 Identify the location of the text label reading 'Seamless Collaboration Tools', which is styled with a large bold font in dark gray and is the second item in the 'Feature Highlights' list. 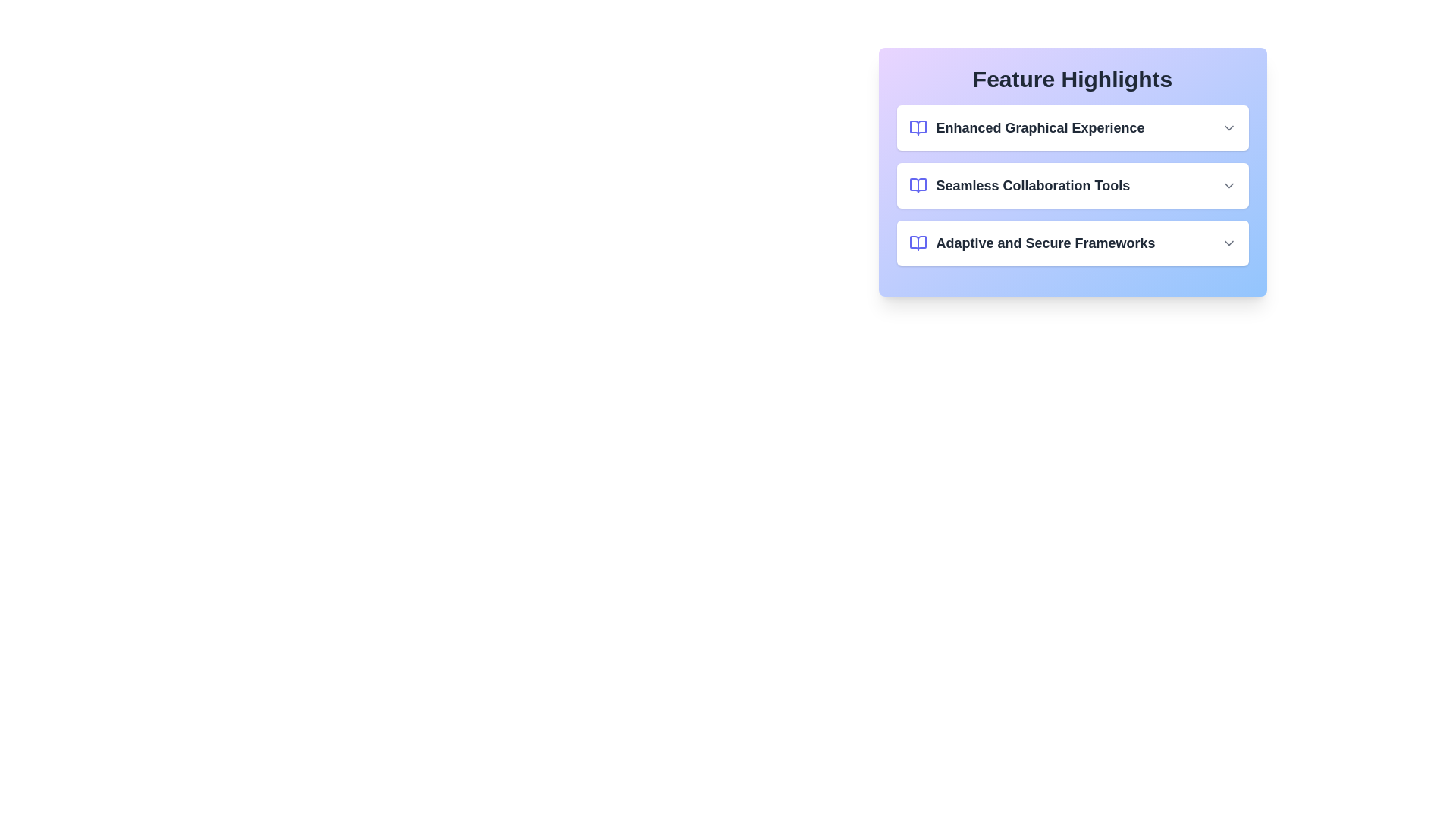
(1032, 185).